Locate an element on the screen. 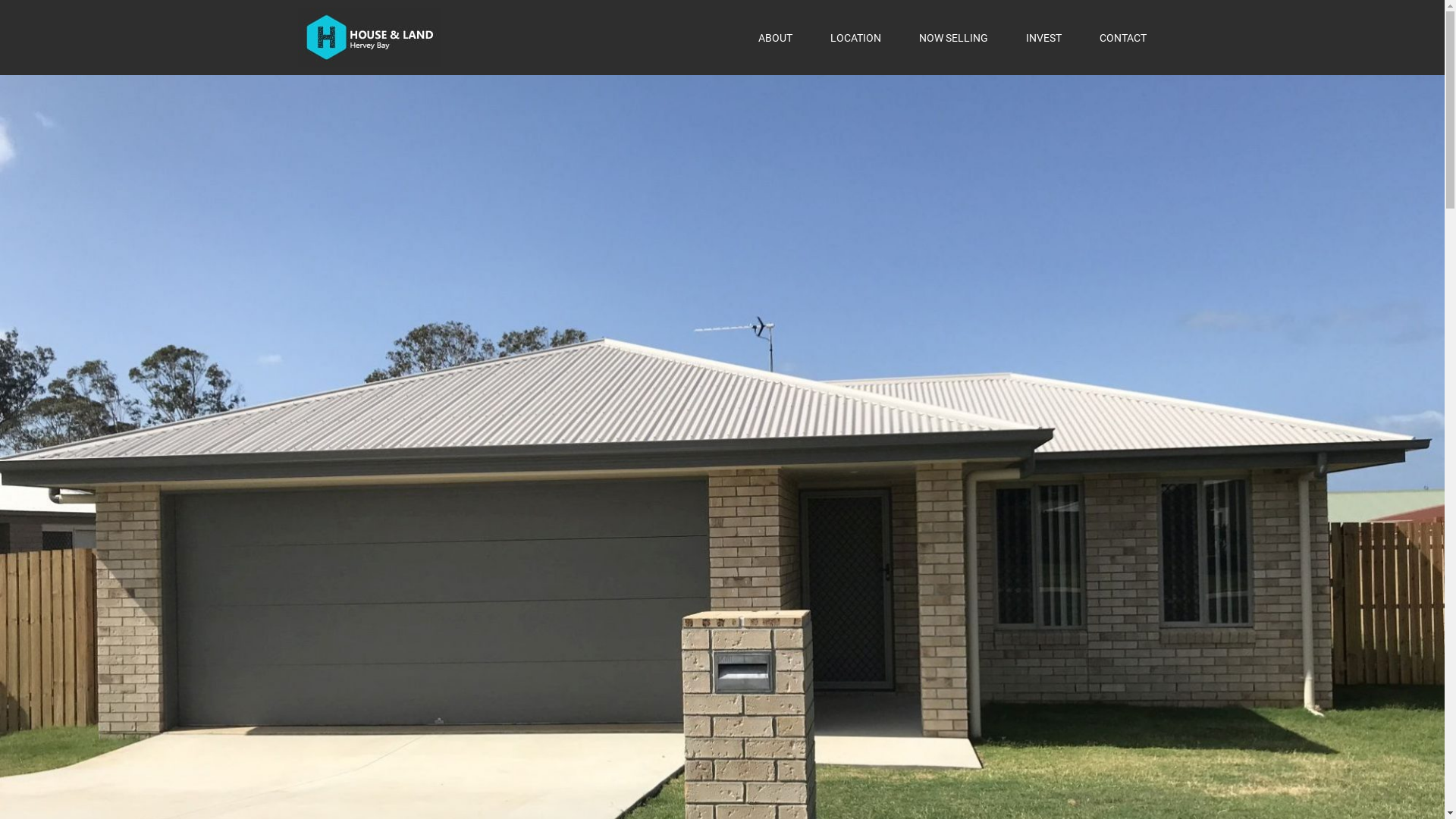  'INVEST' is located at coordinates (1043, 36).